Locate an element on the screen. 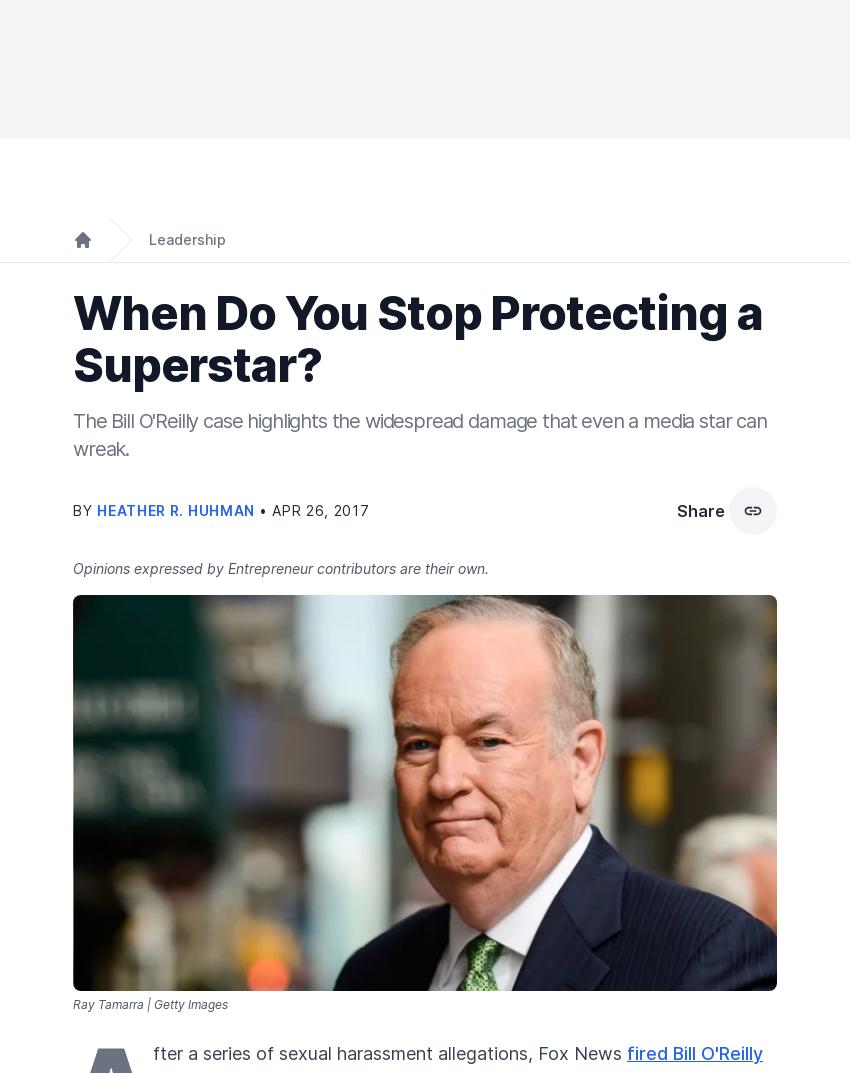 Image resolution: width=850 pixels, height=1073 pixels. 'Most Popular' is located at coordinates (196, 377).